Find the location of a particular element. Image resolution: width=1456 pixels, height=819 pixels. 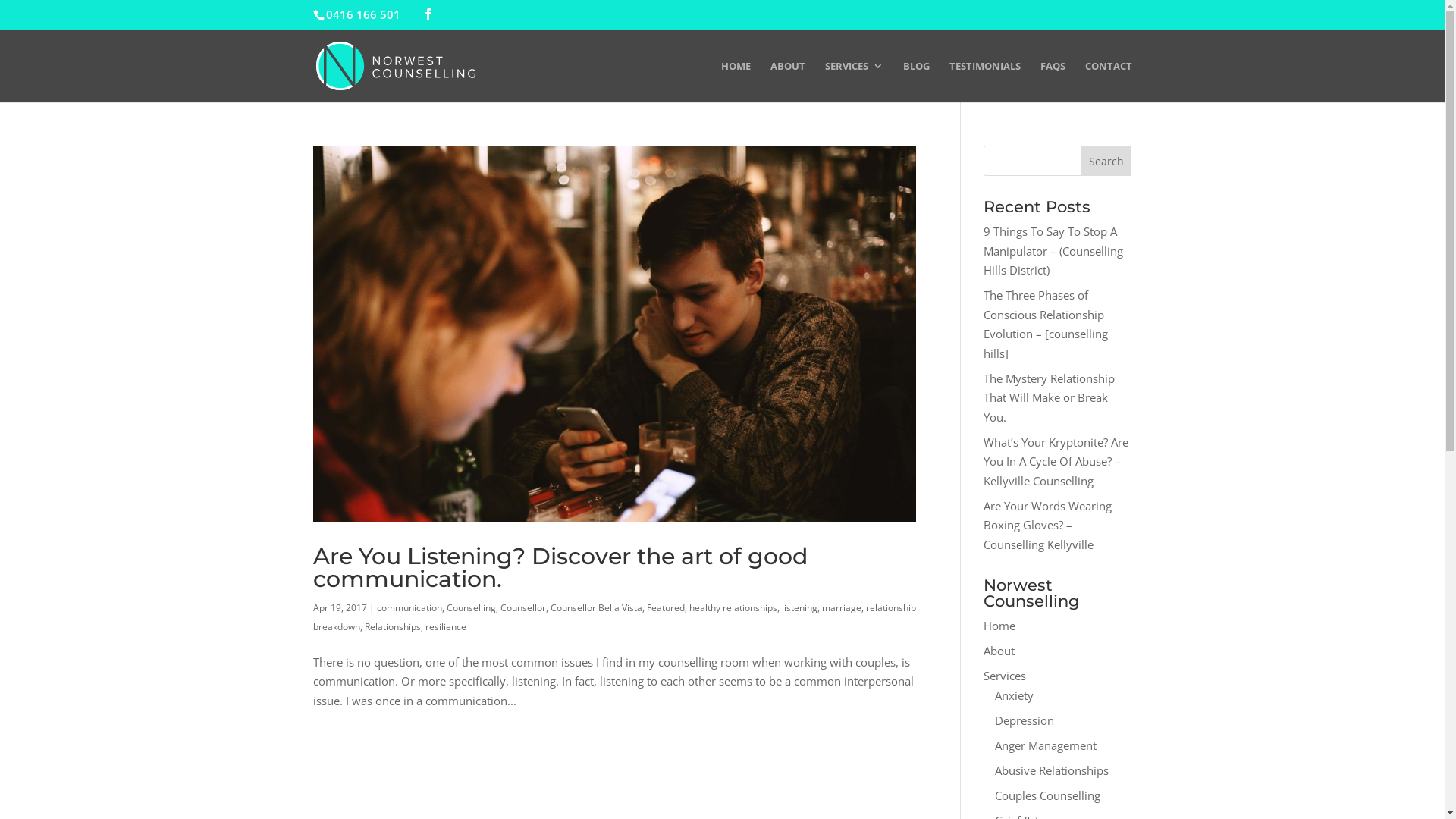

'healthy relationships' is located at coordinates (732, 607).